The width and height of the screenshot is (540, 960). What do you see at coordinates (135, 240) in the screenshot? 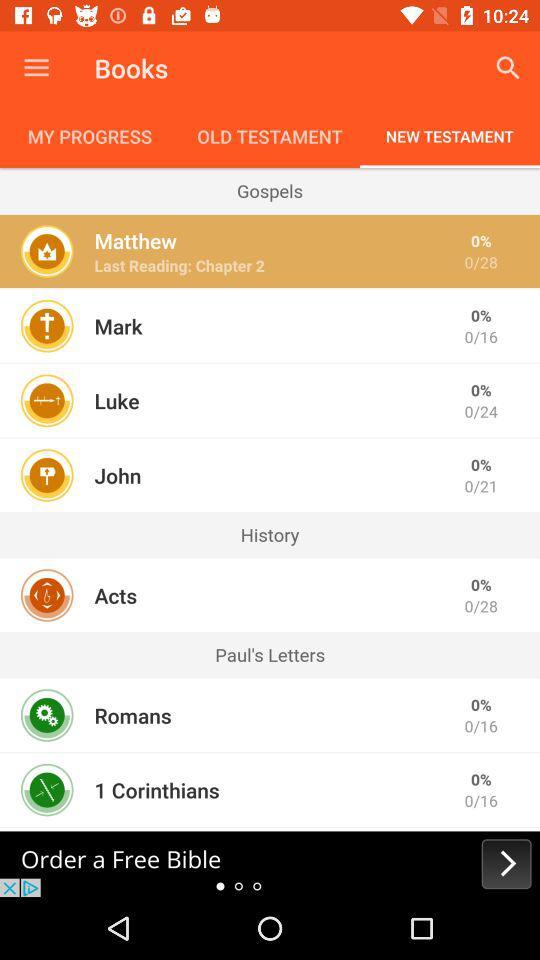
I see `the icon to the left of 0/28 item` at bounding box center [135, 240].